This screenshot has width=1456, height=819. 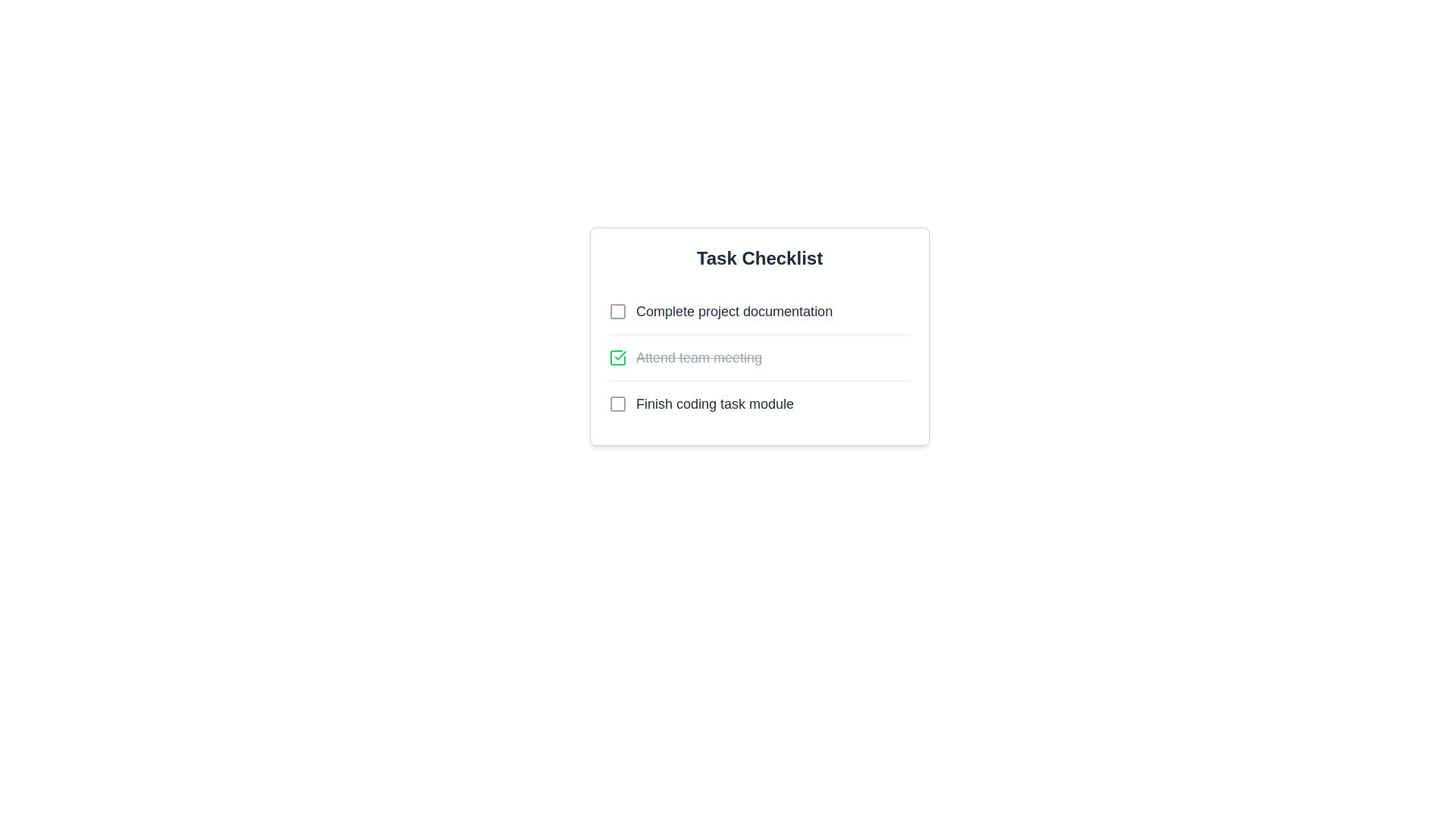 I want to click on the checkbox representing the completion status of the 'Attend team meeting' task, so click(x=618, y=357).